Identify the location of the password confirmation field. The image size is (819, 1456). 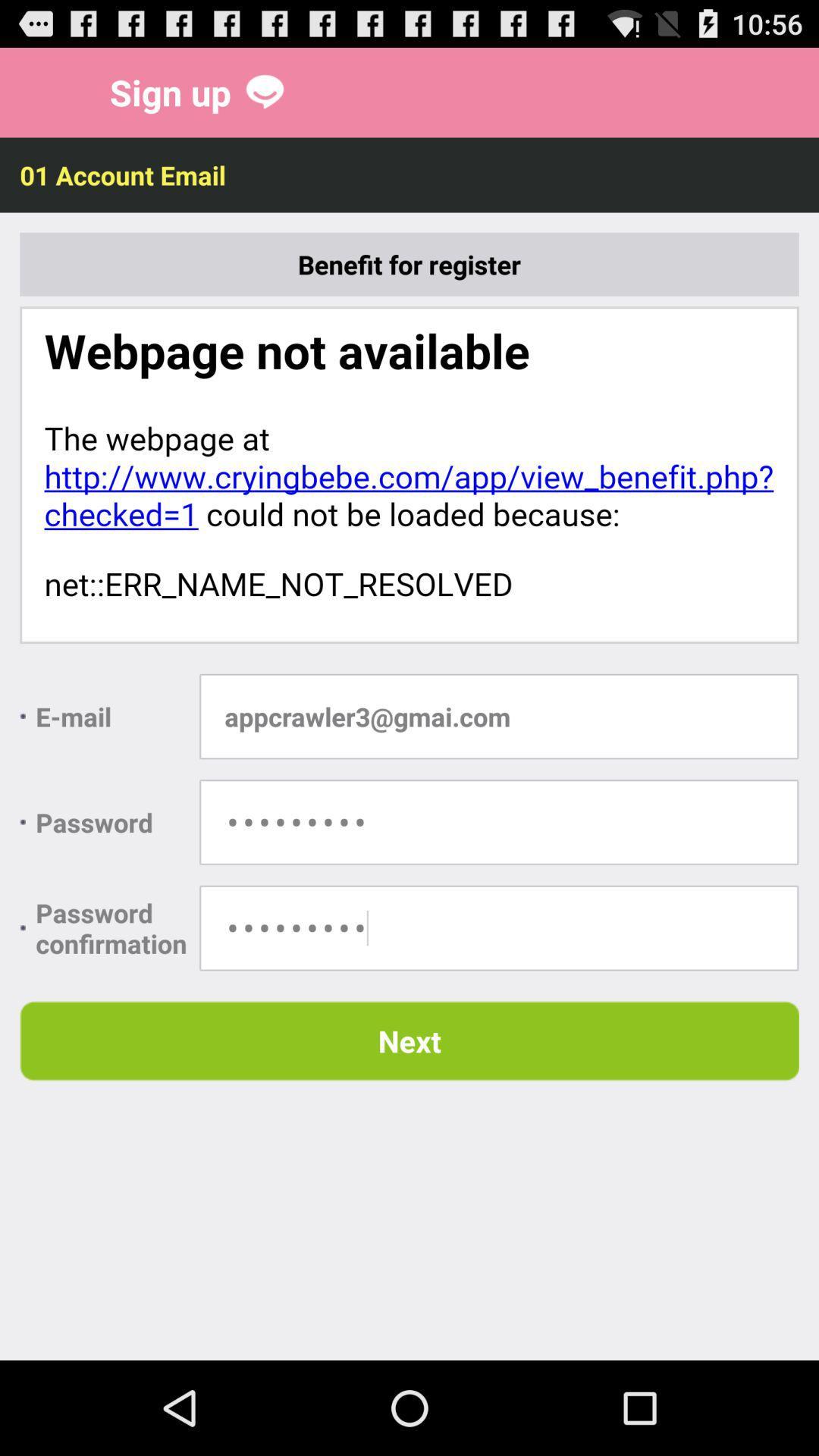
(499, 927).